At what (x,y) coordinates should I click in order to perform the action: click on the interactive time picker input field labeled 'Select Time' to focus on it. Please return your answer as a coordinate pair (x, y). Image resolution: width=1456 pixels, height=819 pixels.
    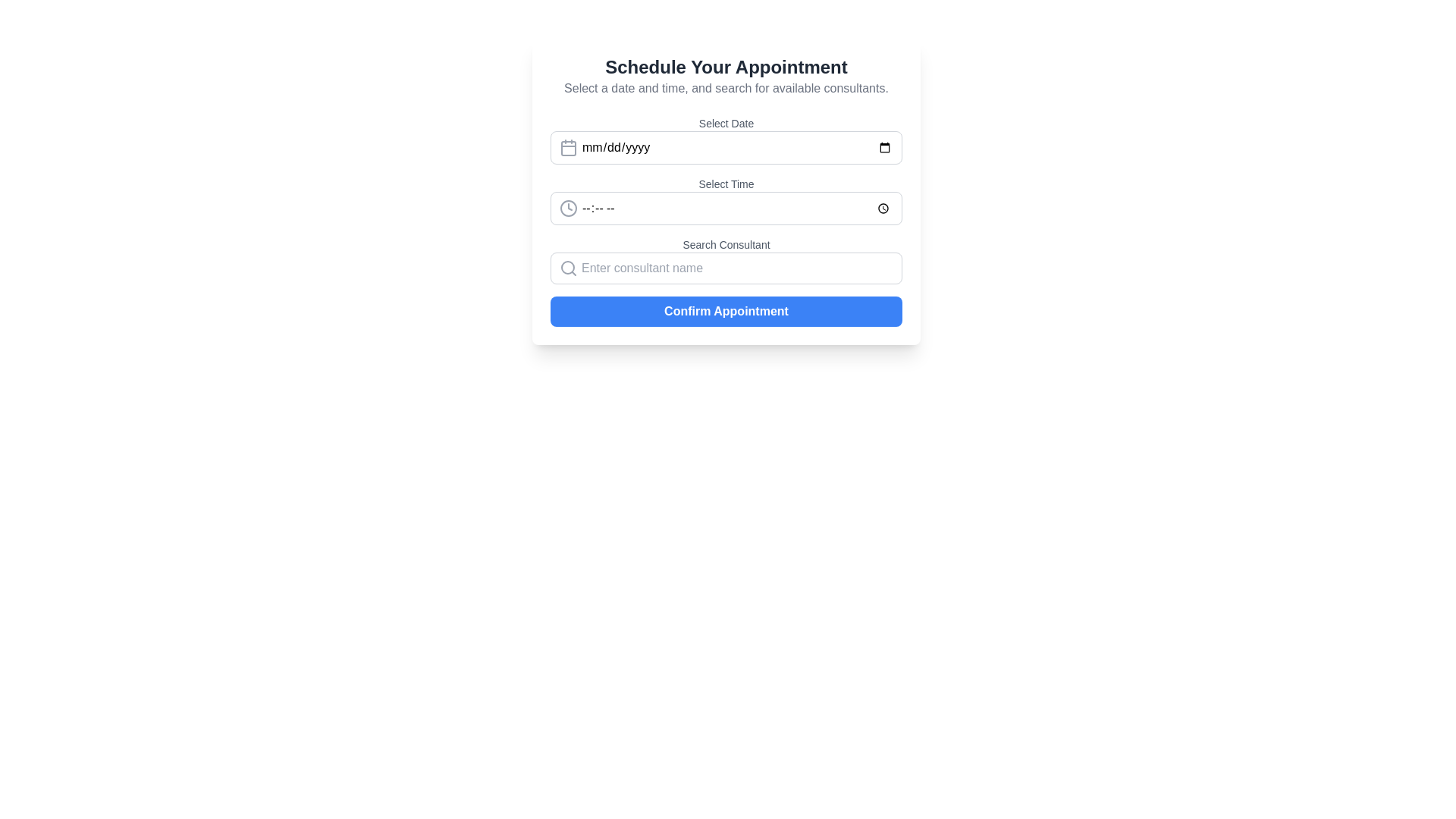
    Looking at the image, I should click on (726, 200).